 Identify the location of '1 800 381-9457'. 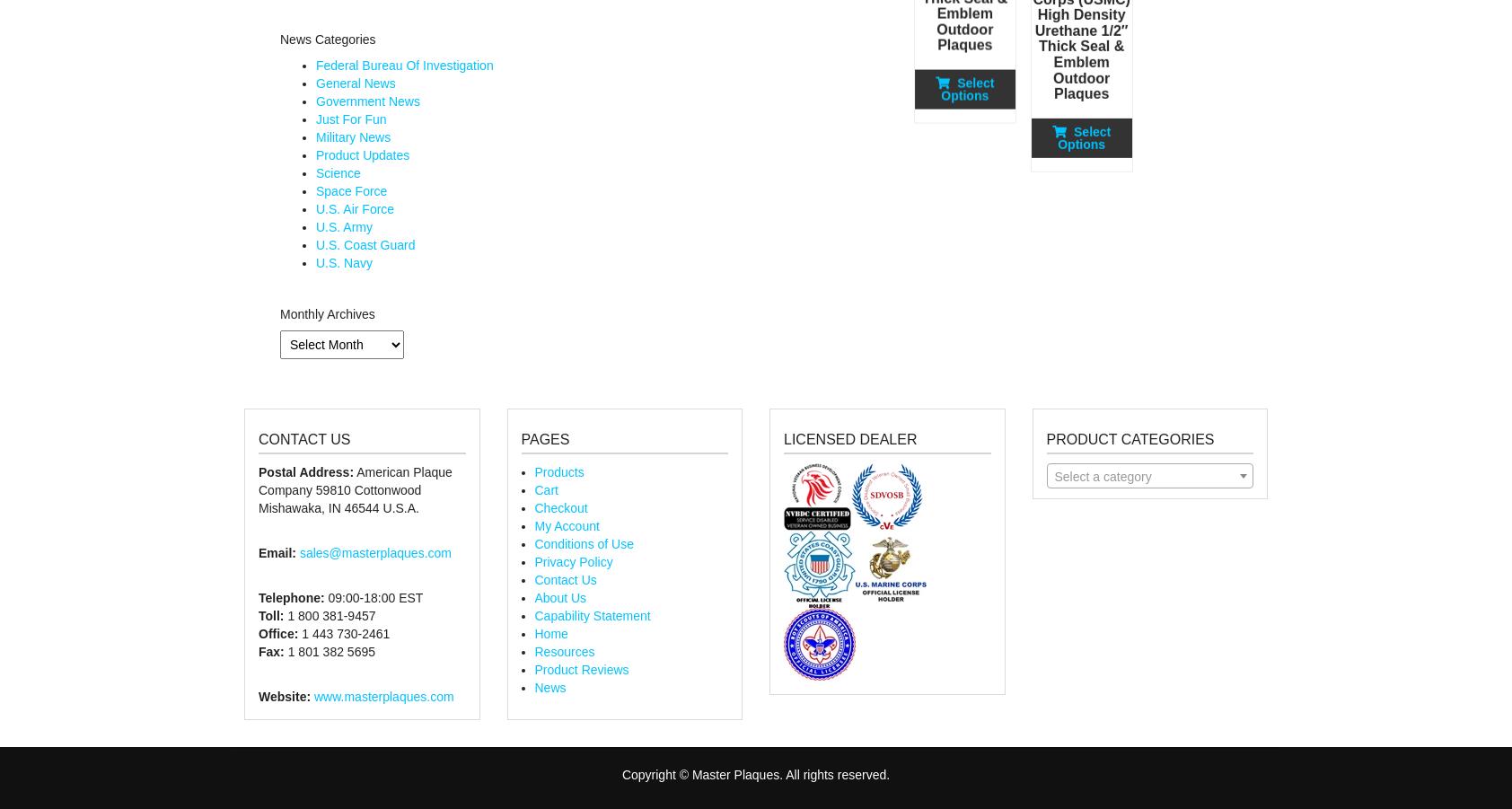
(283, 615).